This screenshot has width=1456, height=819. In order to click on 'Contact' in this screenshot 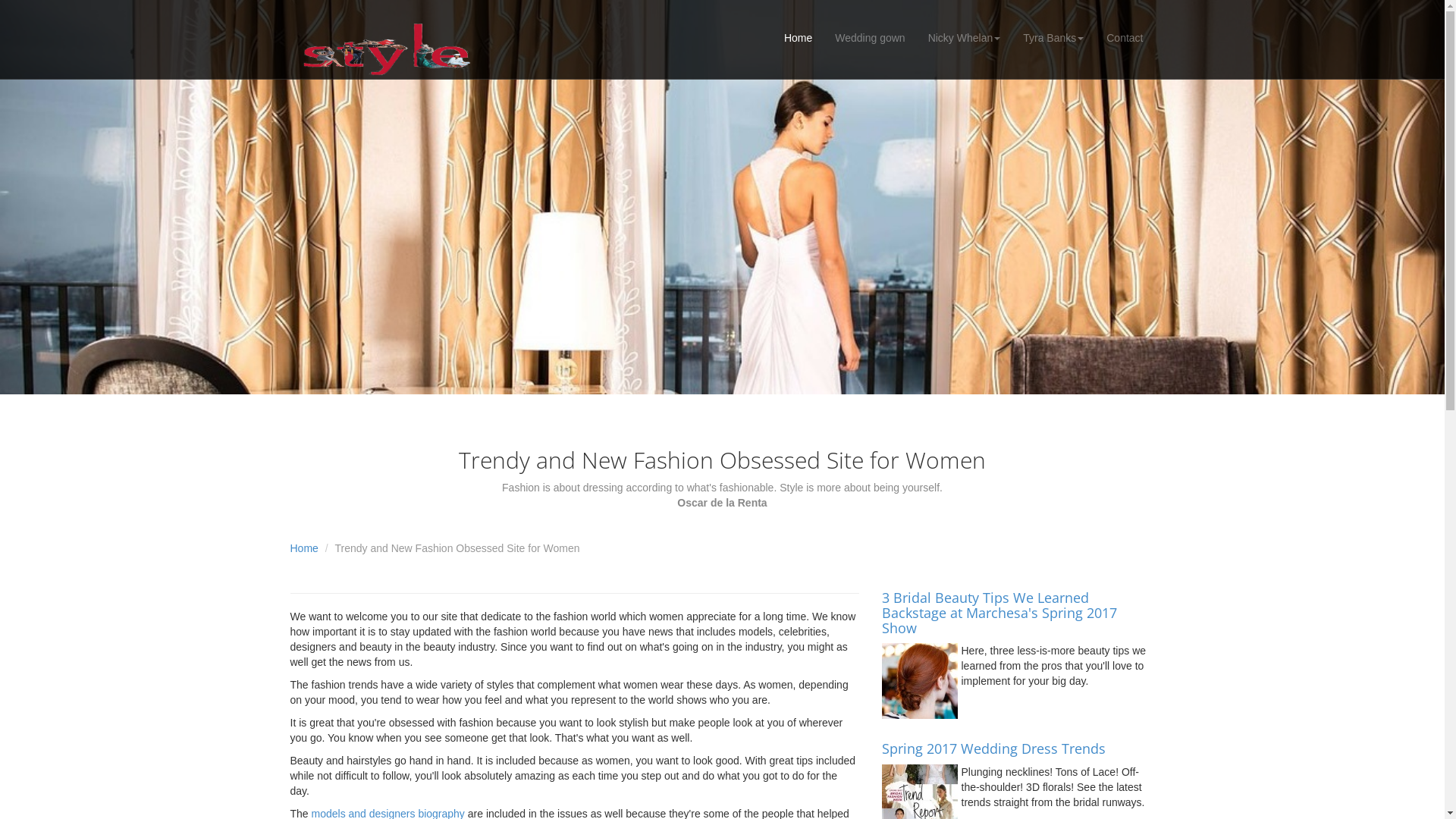, I will do `click(1125, 37)`.